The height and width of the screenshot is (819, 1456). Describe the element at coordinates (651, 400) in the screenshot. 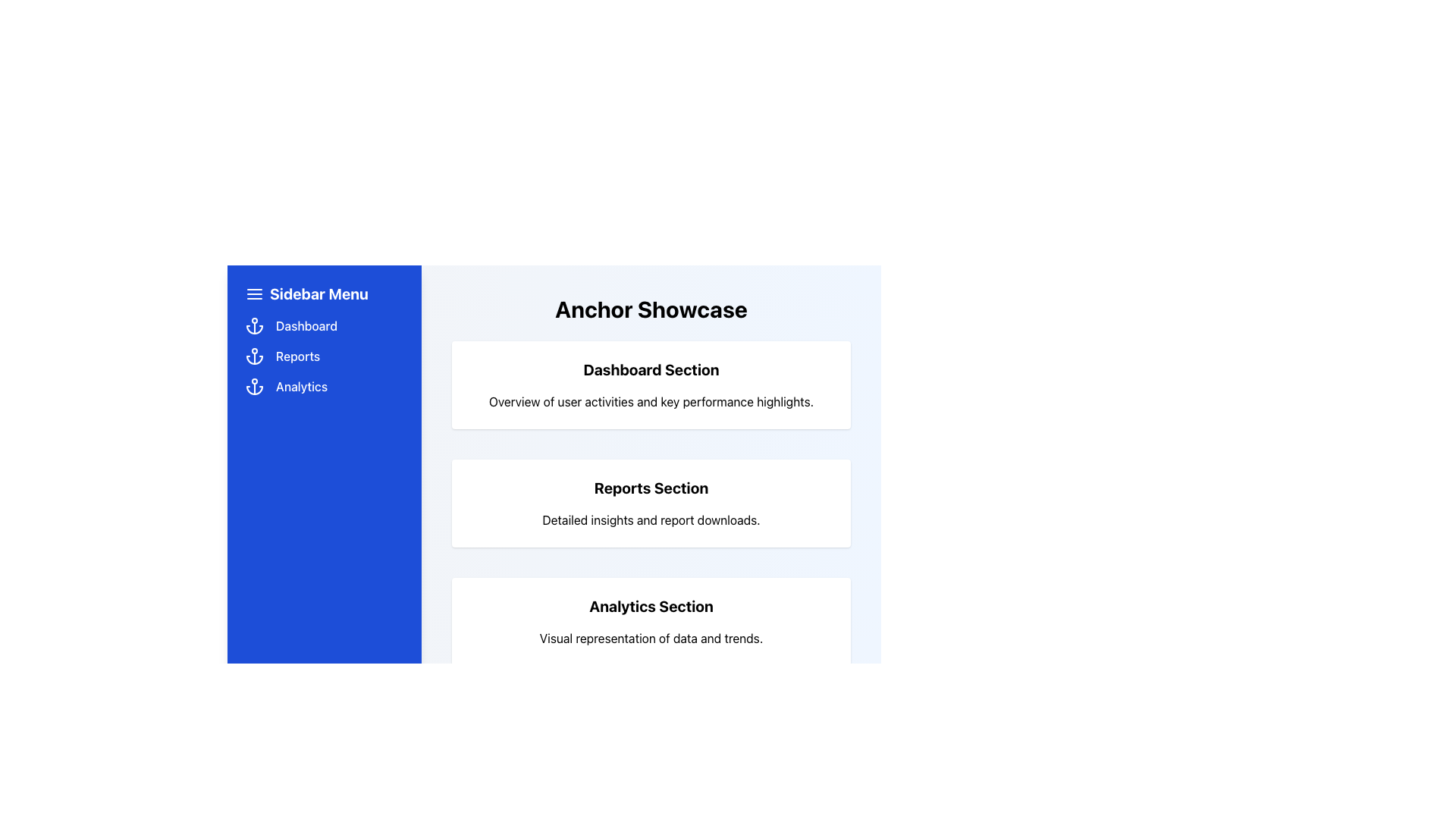

I see `information from the text label that states 'Overview of user activities and key performance highlights.' located below the header 'Dashboard Section' in the white card` at that location.